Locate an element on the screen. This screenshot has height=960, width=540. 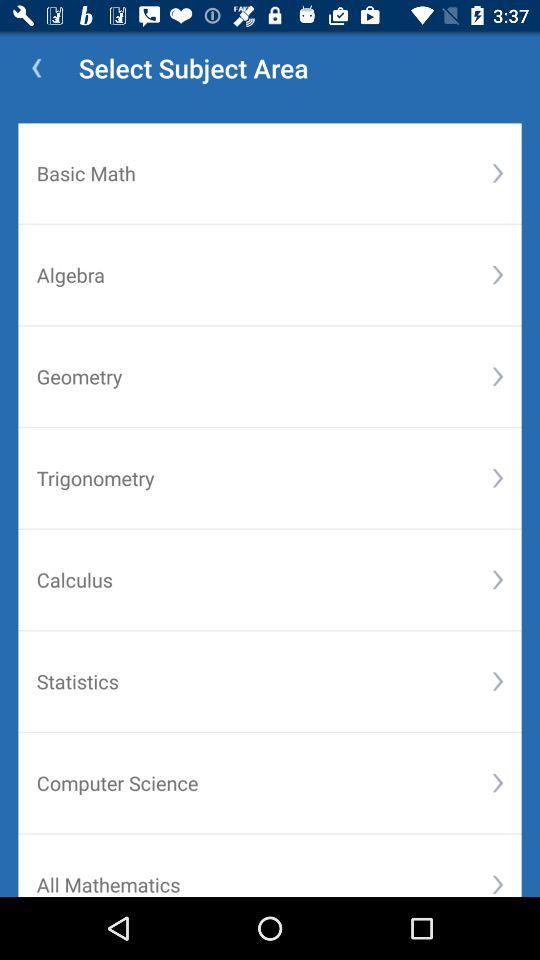
the computer science item is located at coordinates (264, 783).